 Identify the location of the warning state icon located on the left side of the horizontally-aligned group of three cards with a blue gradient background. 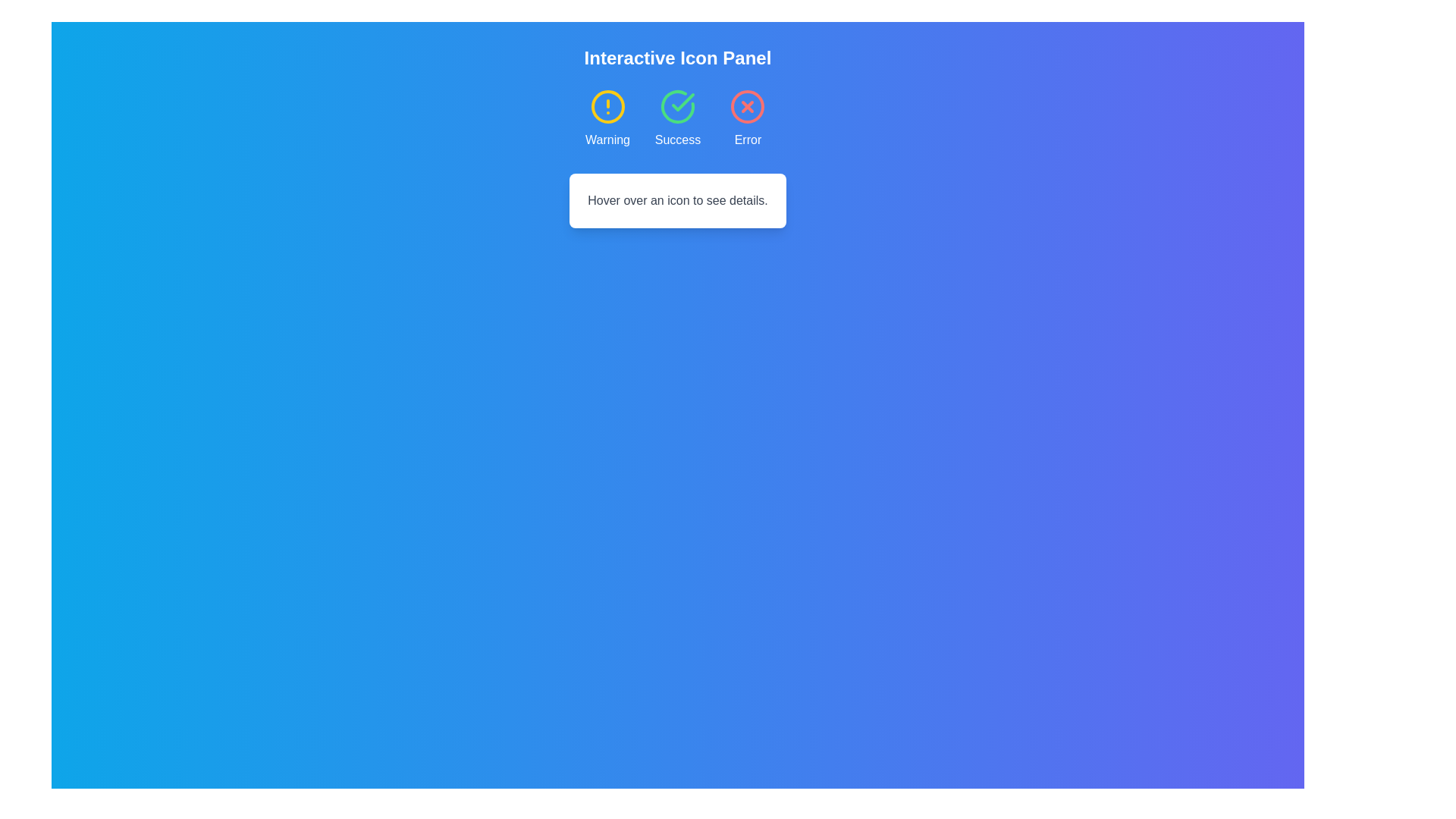
(607, 118).